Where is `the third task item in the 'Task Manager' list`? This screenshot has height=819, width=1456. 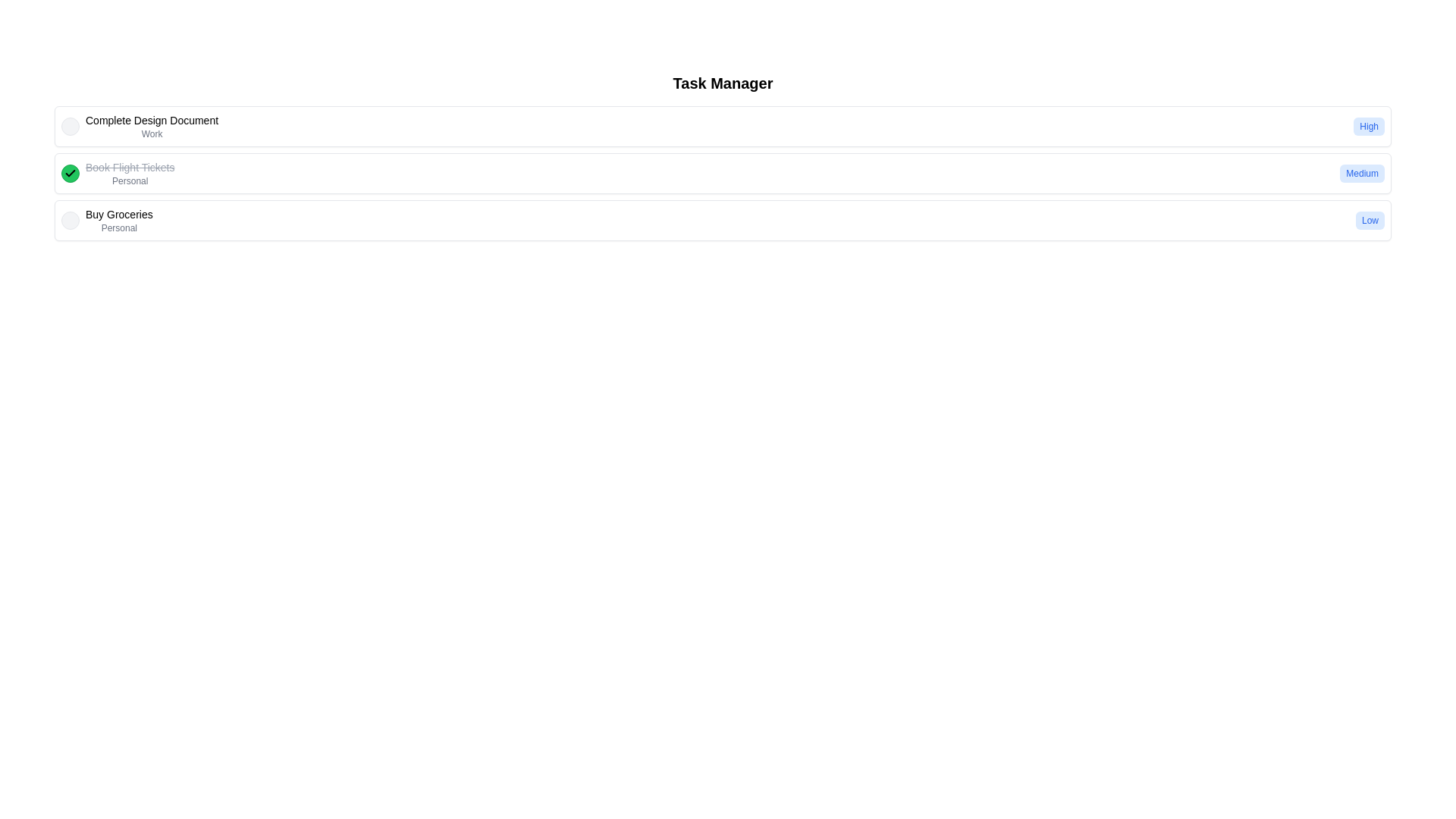
the third task item in the 'Task Manager' list is located at coordinates (106, 220).